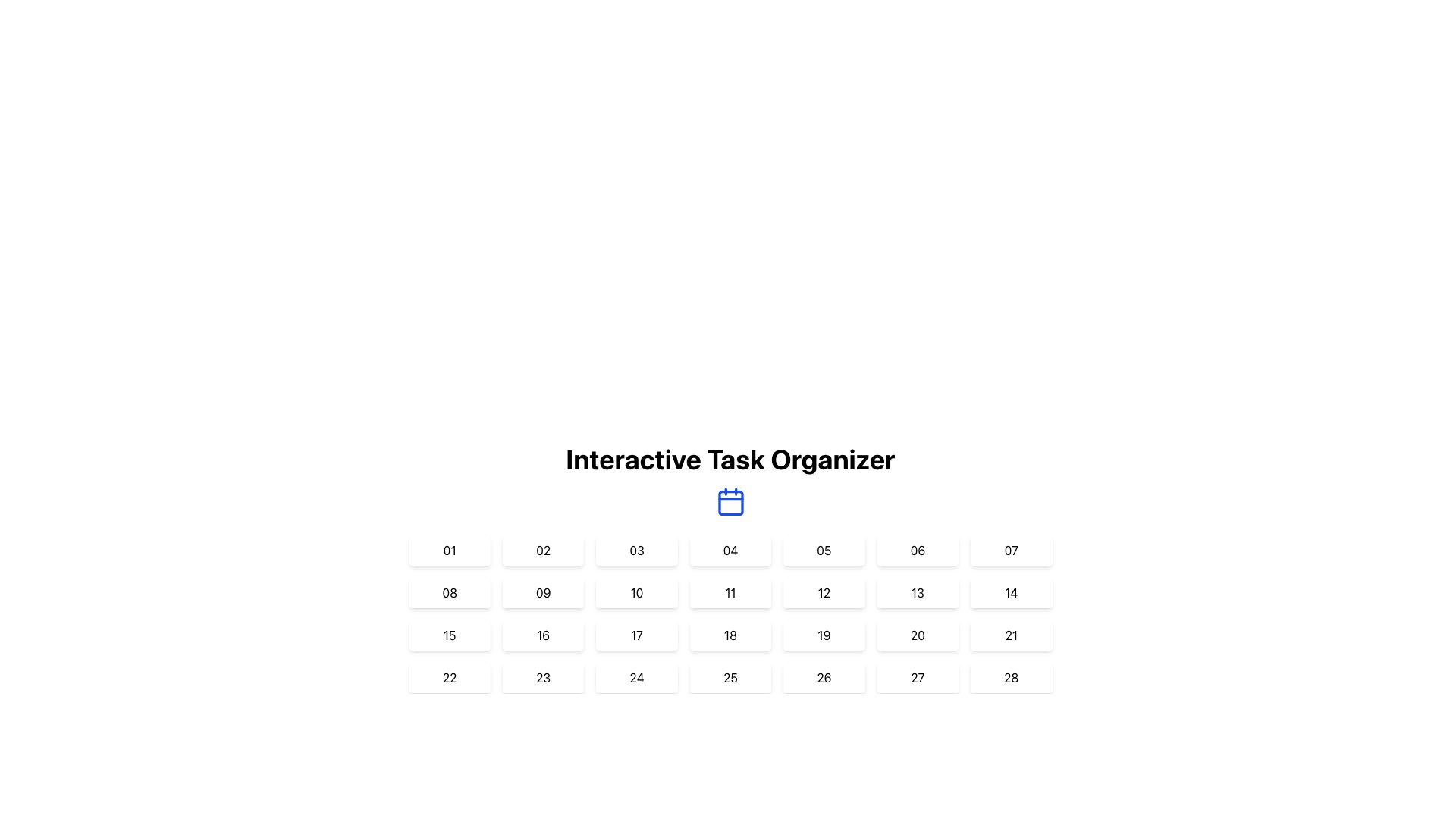 The height and width of the screenshot is (819, 1456). I want to click on the SVG rectangle shape that serves as a background or structural component of the calendar icon, positioned in the central area of the main rectangular section within the icon, so click(730, 503).